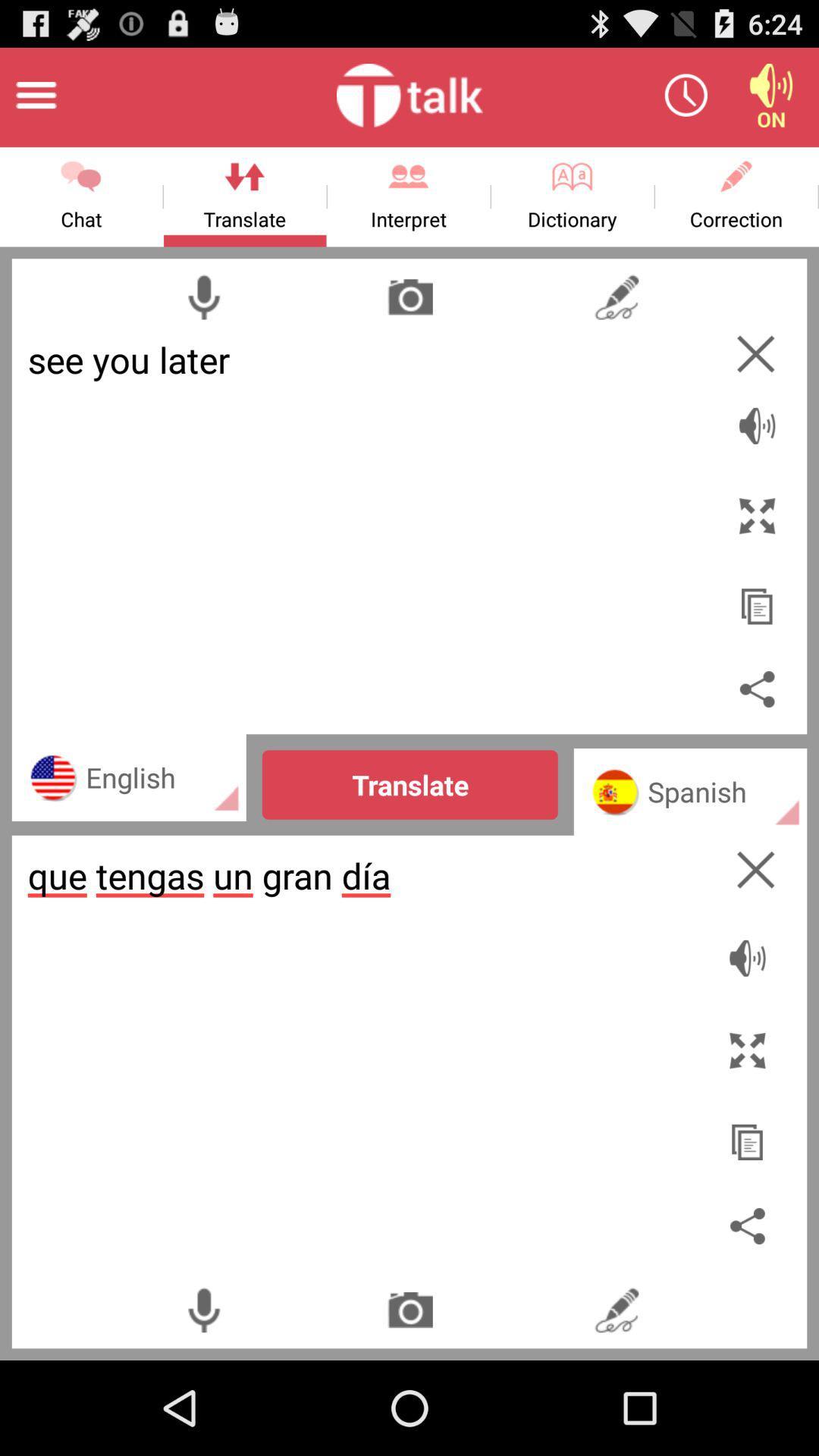  What do you see at coordinates (202, 1309) in the screenshot?
I see `start recording` at bounding box center [202, 1309].